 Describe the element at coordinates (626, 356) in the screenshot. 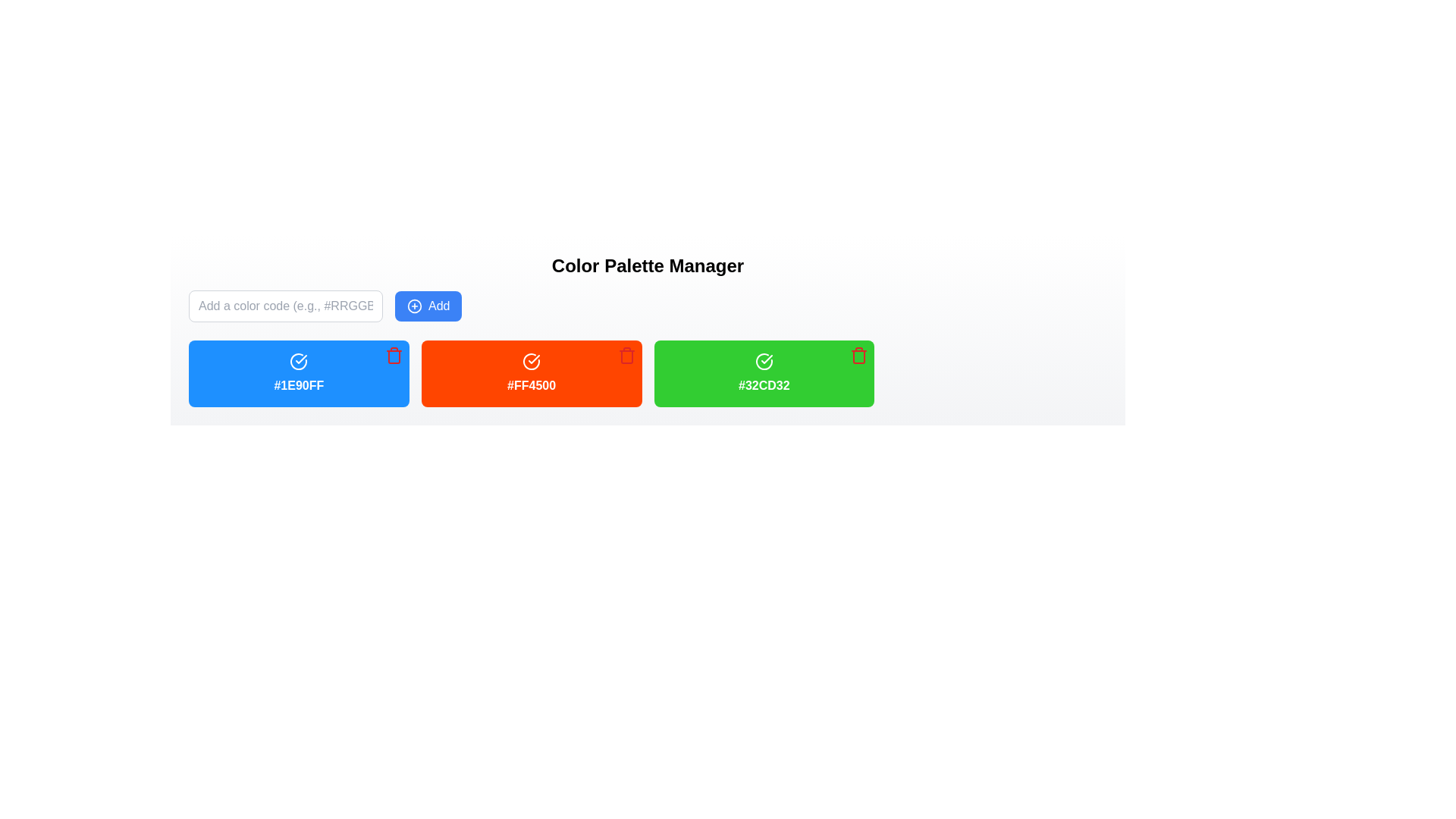

I see `the trash can icon button located at the top-right corner of the card with an orange background` at that location.